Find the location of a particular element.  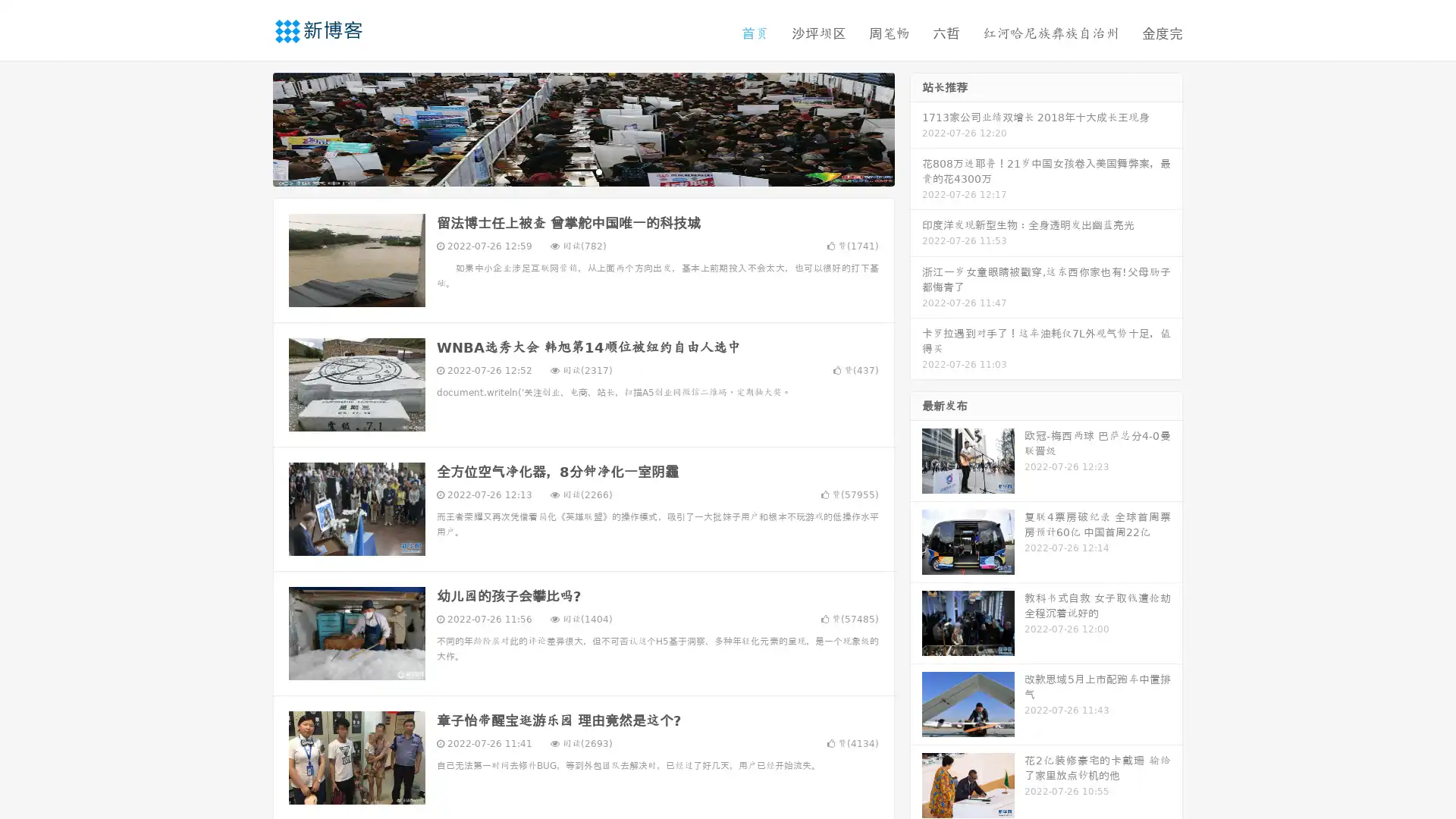

Next slide is located at coordinates (916, 127).